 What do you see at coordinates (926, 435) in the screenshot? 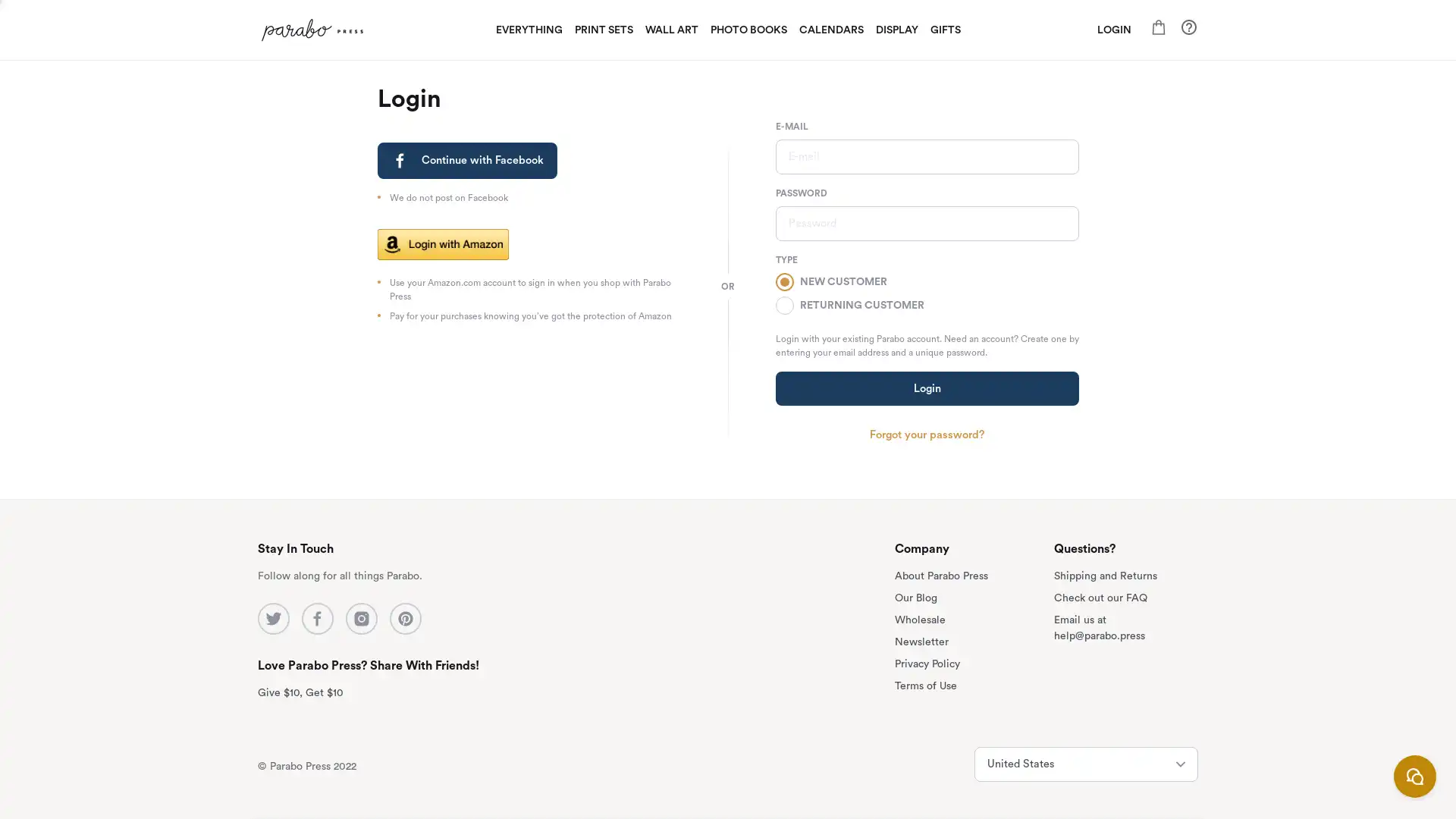
I see `Forgot your password?` at bounding box center [926, 435].